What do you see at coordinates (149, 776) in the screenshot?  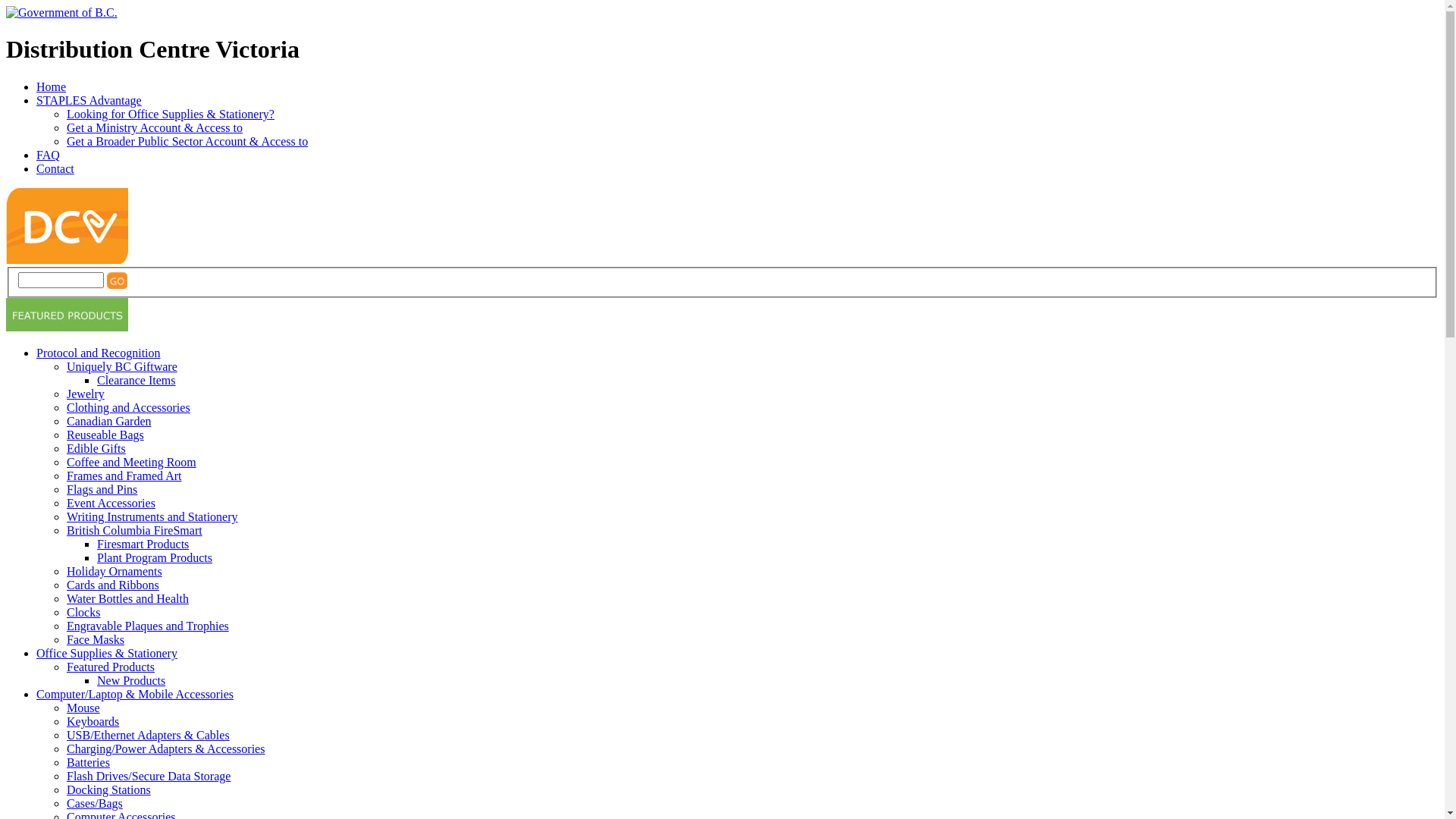 I see `'Flash Drives/Secure Data Storage'` at bounding box center [149, 776].